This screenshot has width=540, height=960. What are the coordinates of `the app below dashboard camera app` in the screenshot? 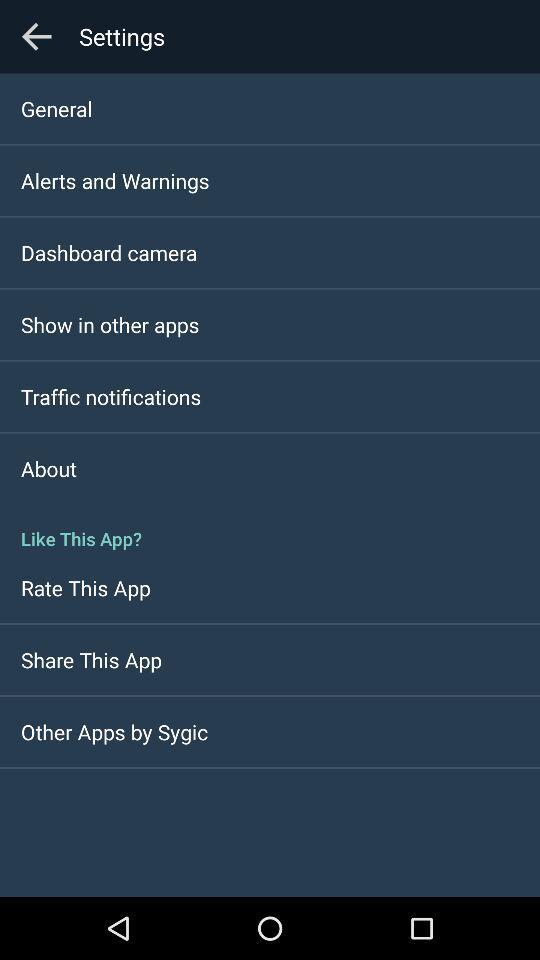 It's located at (110, 324).